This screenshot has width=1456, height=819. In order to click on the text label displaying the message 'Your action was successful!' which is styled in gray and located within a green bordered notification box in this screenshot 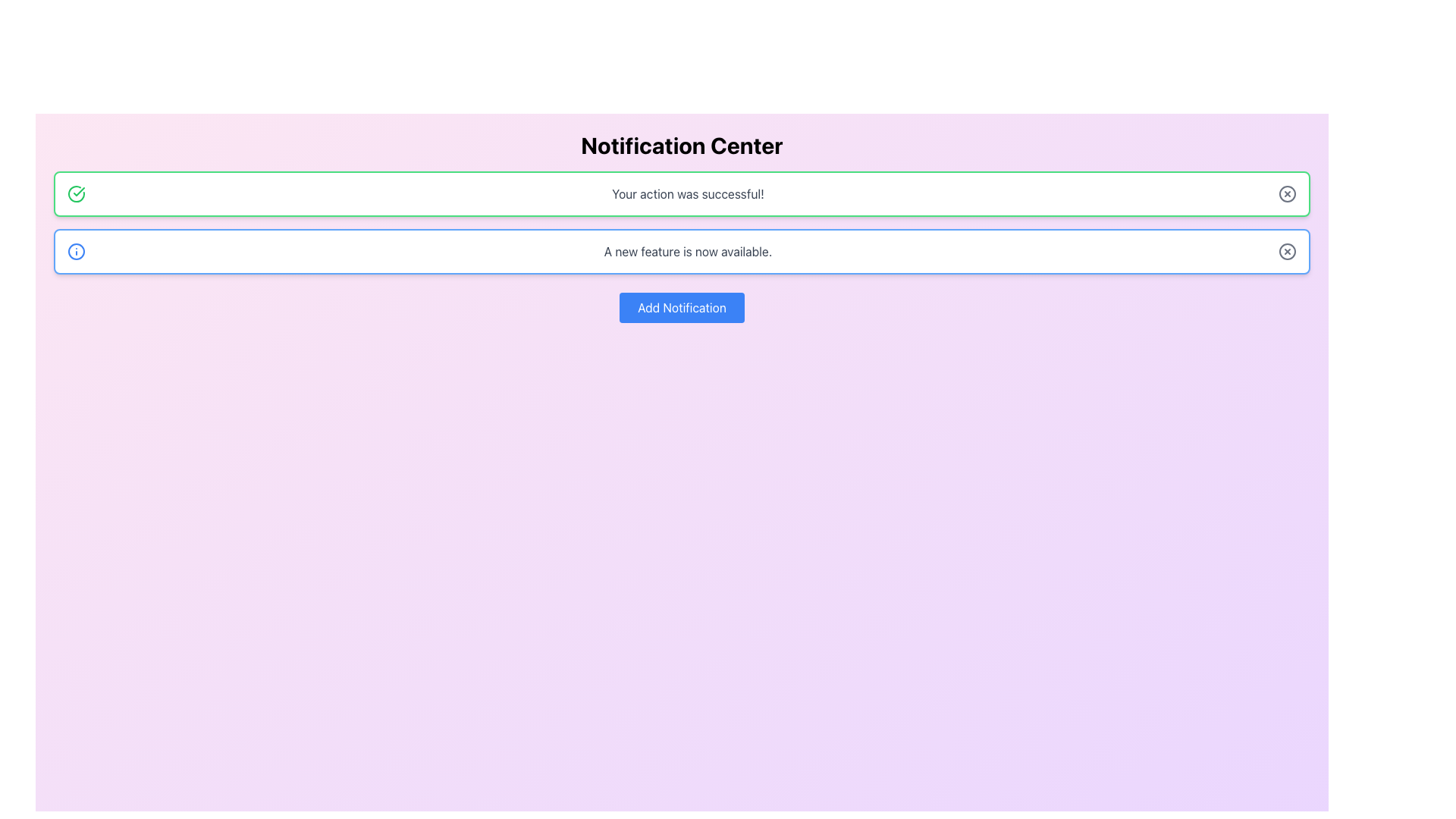, I will do `click(687, 193)`.